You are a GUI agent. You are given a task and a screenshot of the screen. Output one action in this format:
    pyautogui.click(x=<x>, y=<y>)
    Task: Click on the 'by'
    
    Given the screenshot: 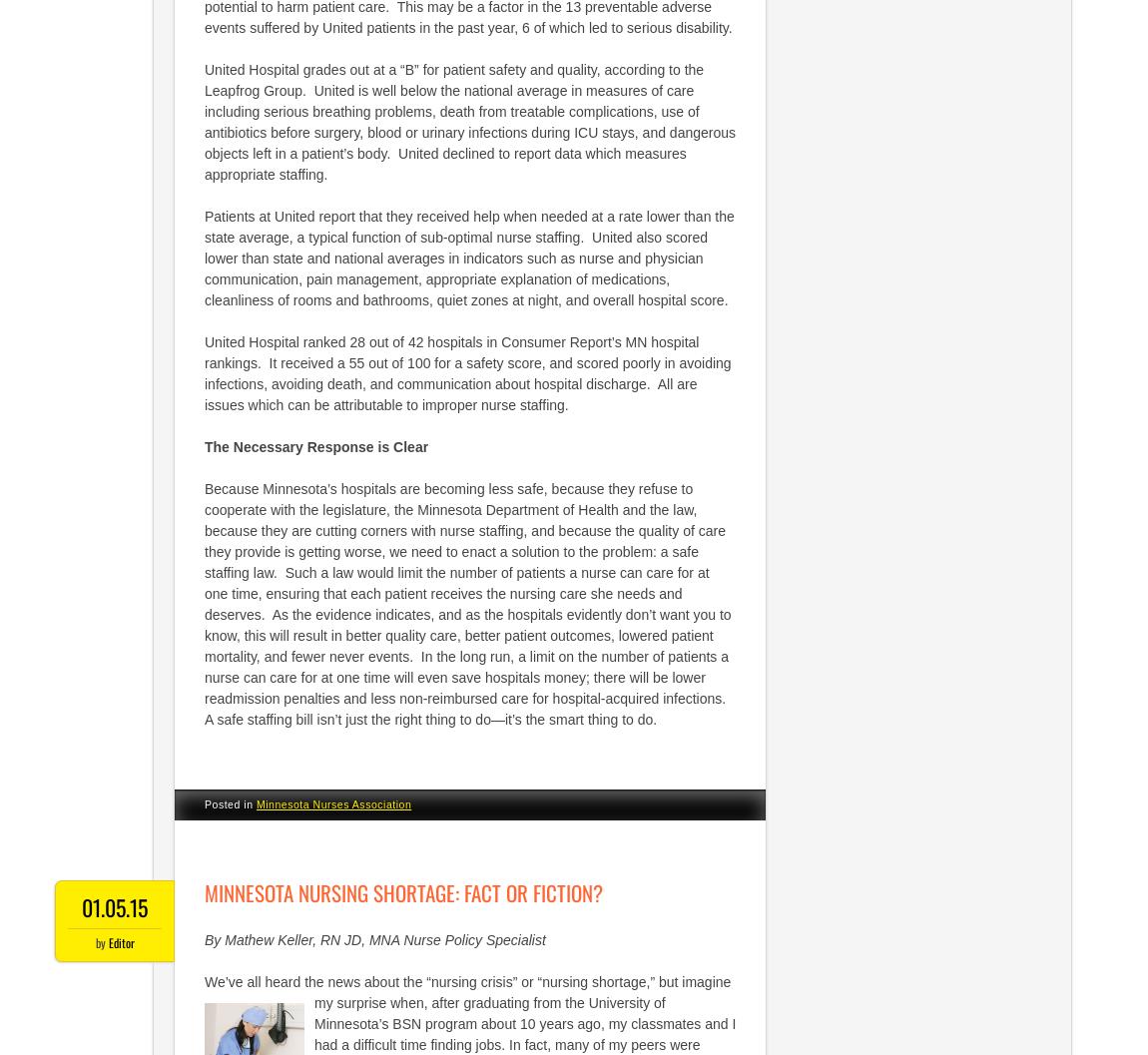 What is the action you would take?
    pyautogui.click(x=93, y=942)
    